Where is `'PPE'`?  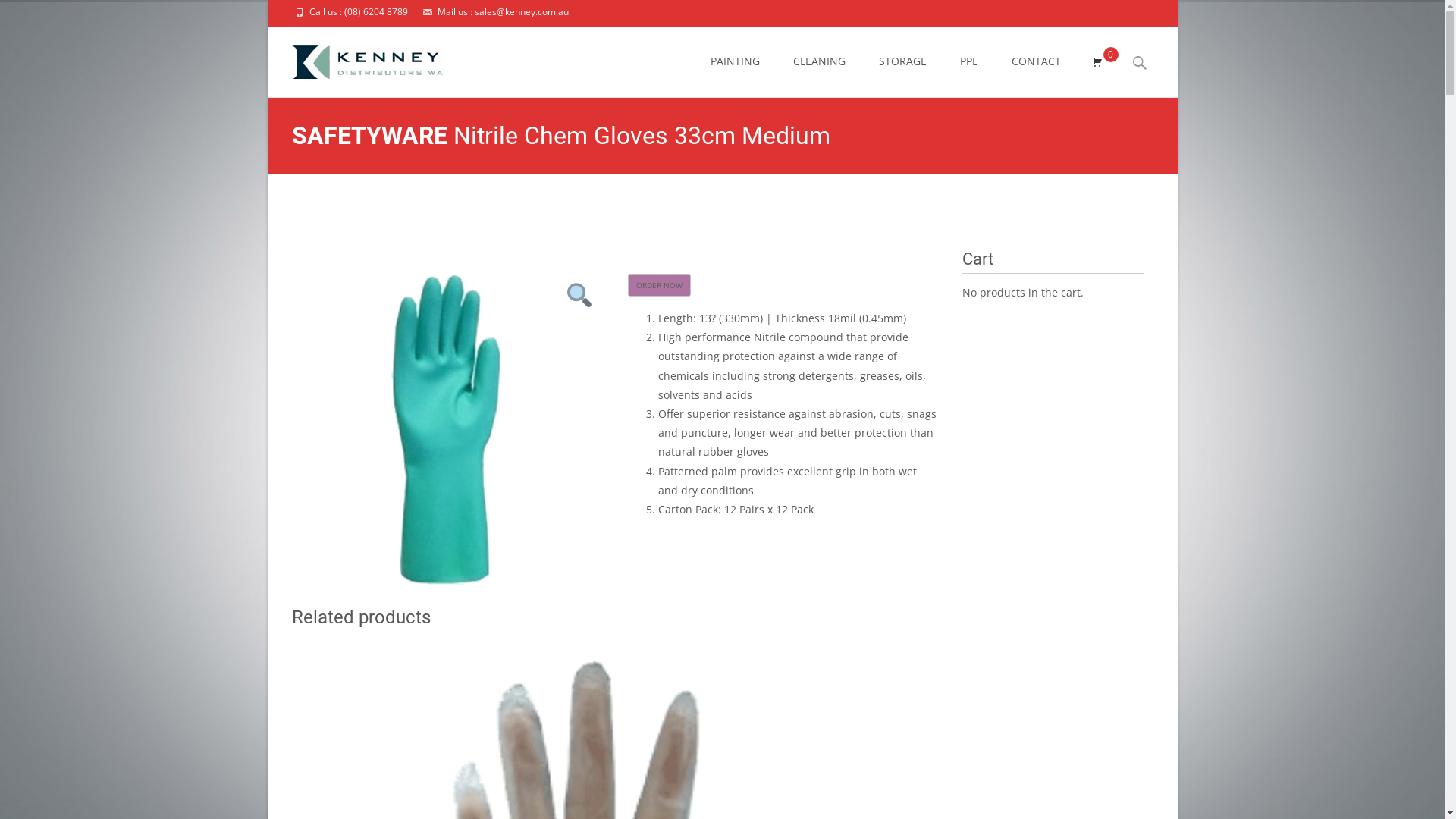 'PPE' is located at coordinates (959, 61).